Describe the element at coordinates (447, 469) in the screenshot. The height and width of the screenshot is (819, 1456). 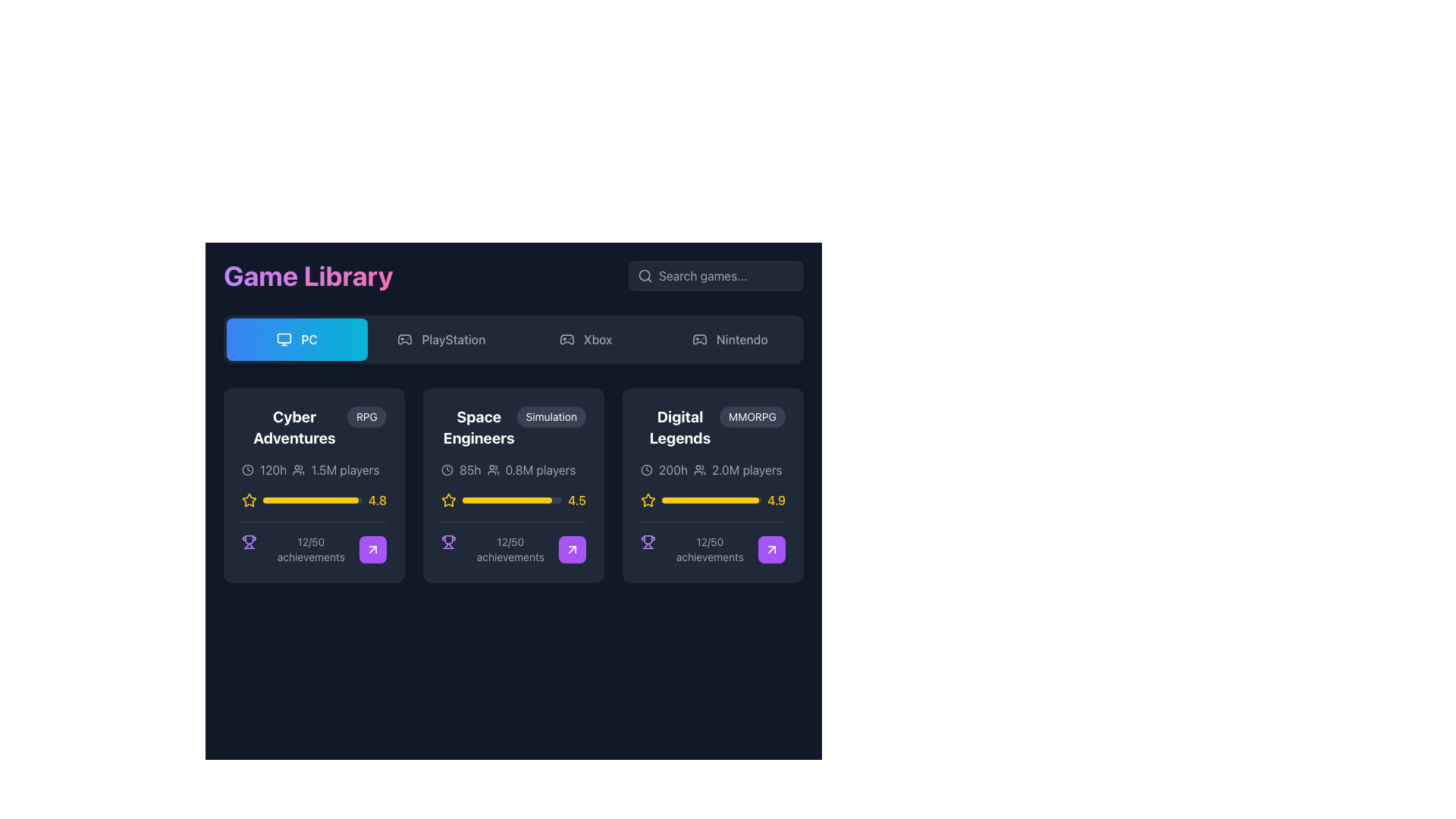
I see `the small circular clock icon with gray shades located next to the text '85h' in the second card titled 'Space Engineers'` at that location.